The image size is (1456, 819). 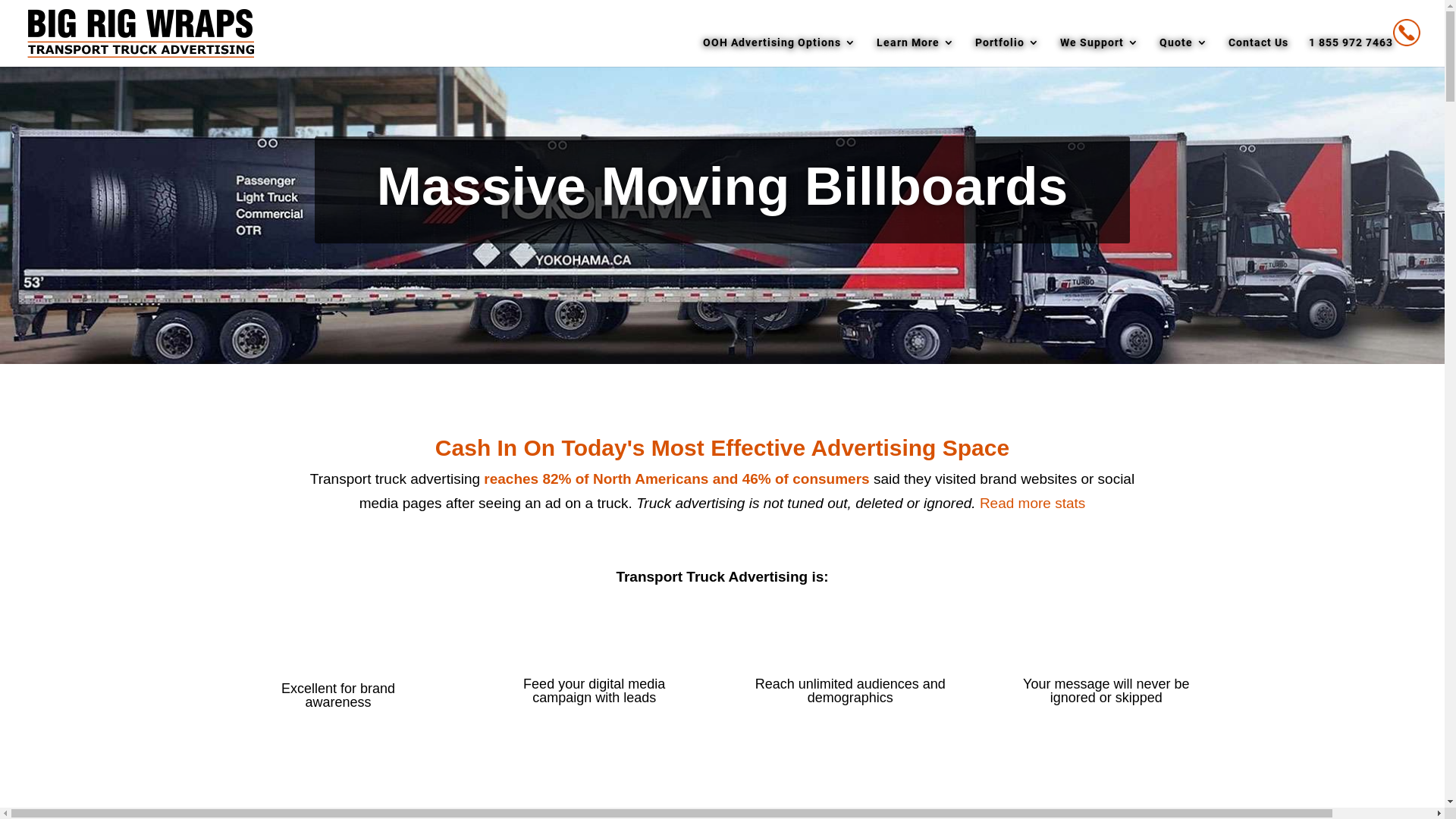 I want to click on 'Read more stats', so click(x=1031, y=503).